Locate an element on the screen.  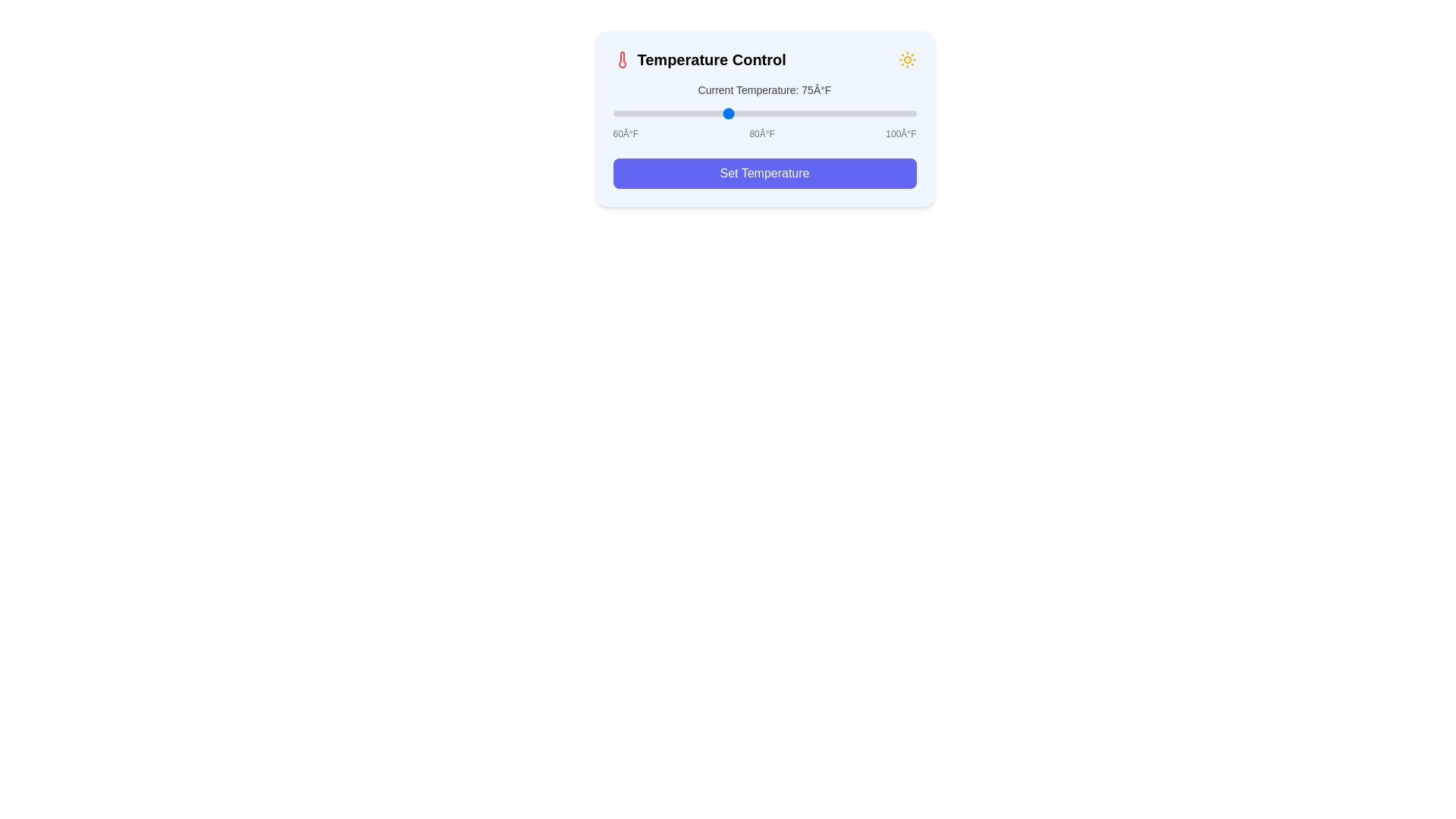
the temperature is located at coordinates (878, 113).